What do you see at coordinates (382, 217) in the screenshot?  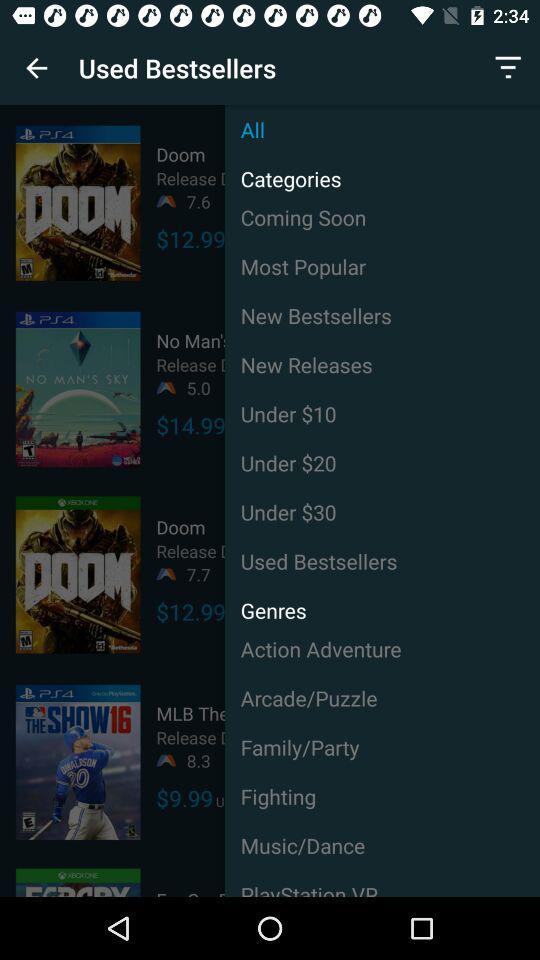 I see `the icon to the right of $12.99` at bounding box center [382, 217].